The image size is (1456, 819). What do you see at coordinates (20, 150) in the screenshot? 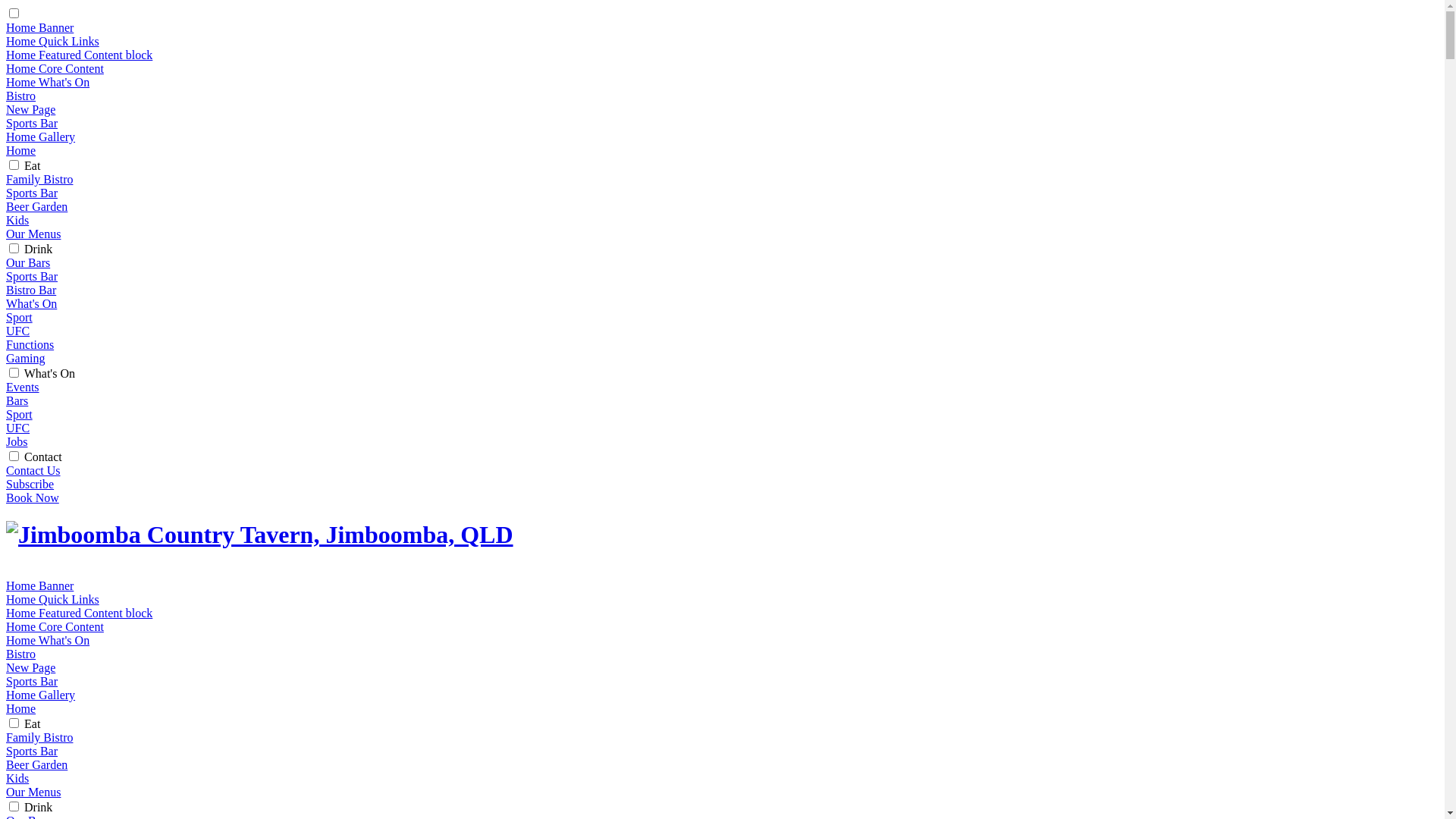
I see `'Home'` at bounding box center [20, 150].